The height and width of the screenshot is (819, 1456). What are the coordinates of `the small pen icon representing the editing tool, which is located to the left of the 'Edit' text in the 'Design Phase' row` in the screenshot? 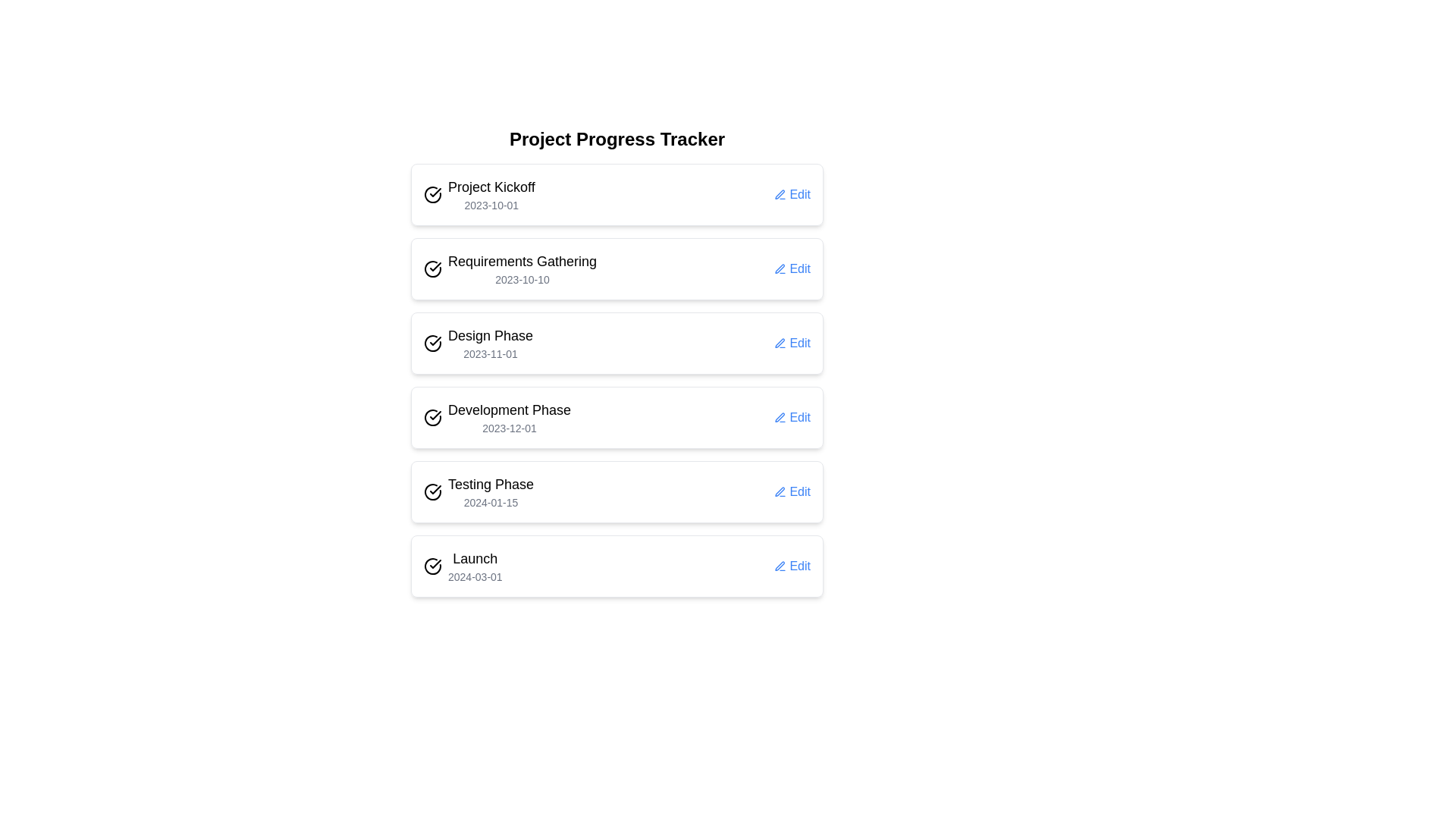 It's located at (780, 343).